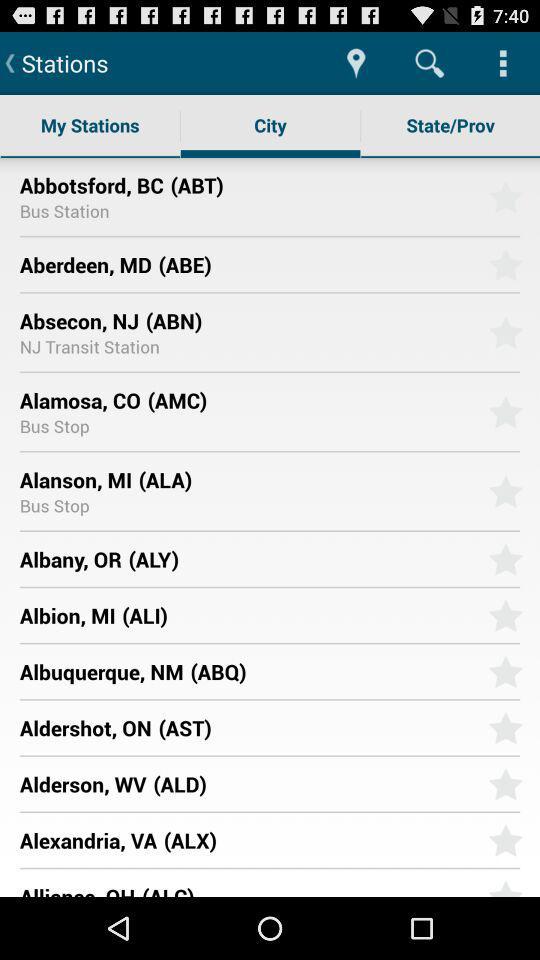 The image size is (540, 960). What do you see at coordinates (78, 320) in the screenshot?
I see `item above nj transit station` at bounding box center [78, 320].